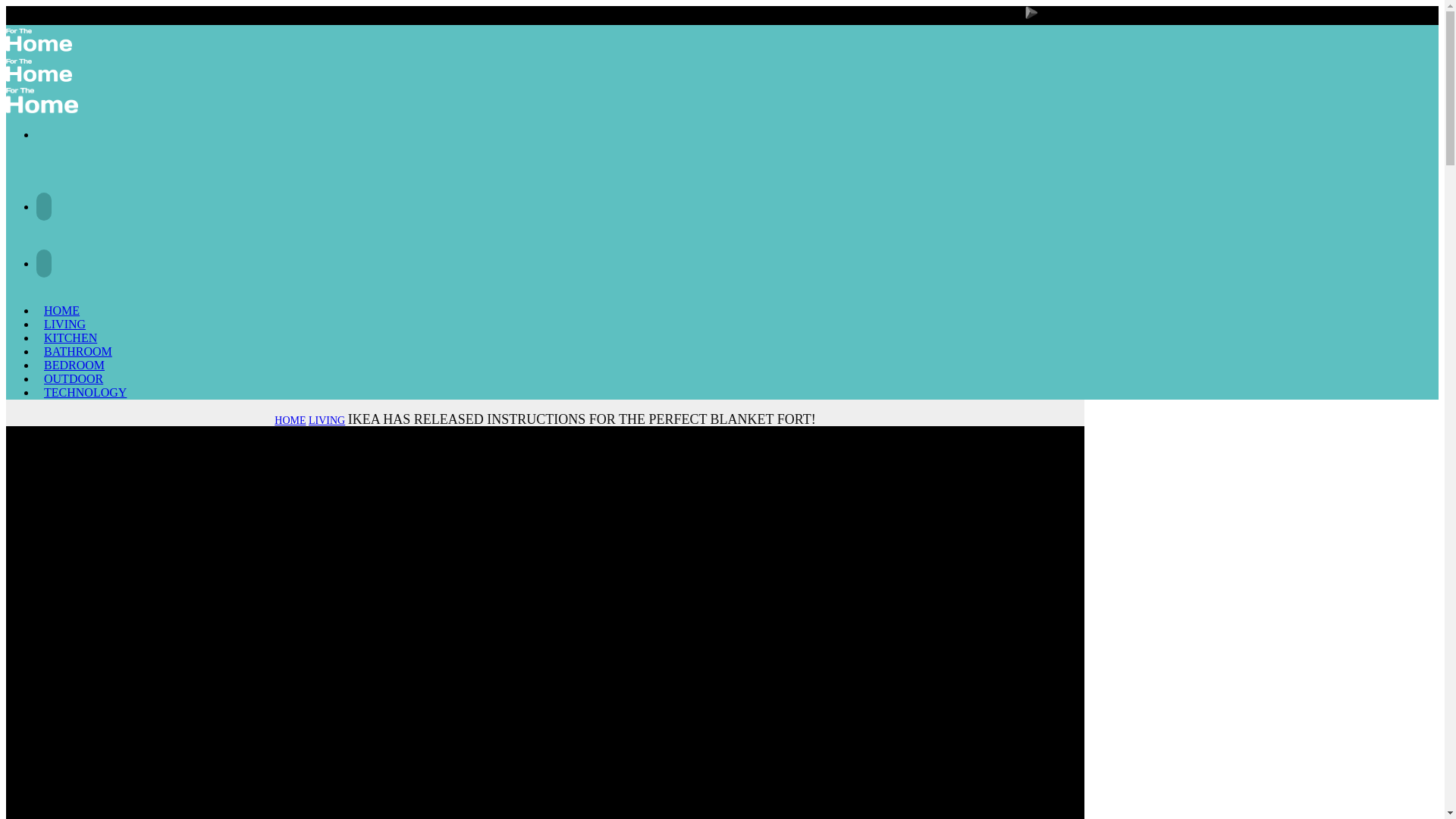 This screenshot has width=1456, height=819. I want to click on 'BEDROOM', so click(73, 365).